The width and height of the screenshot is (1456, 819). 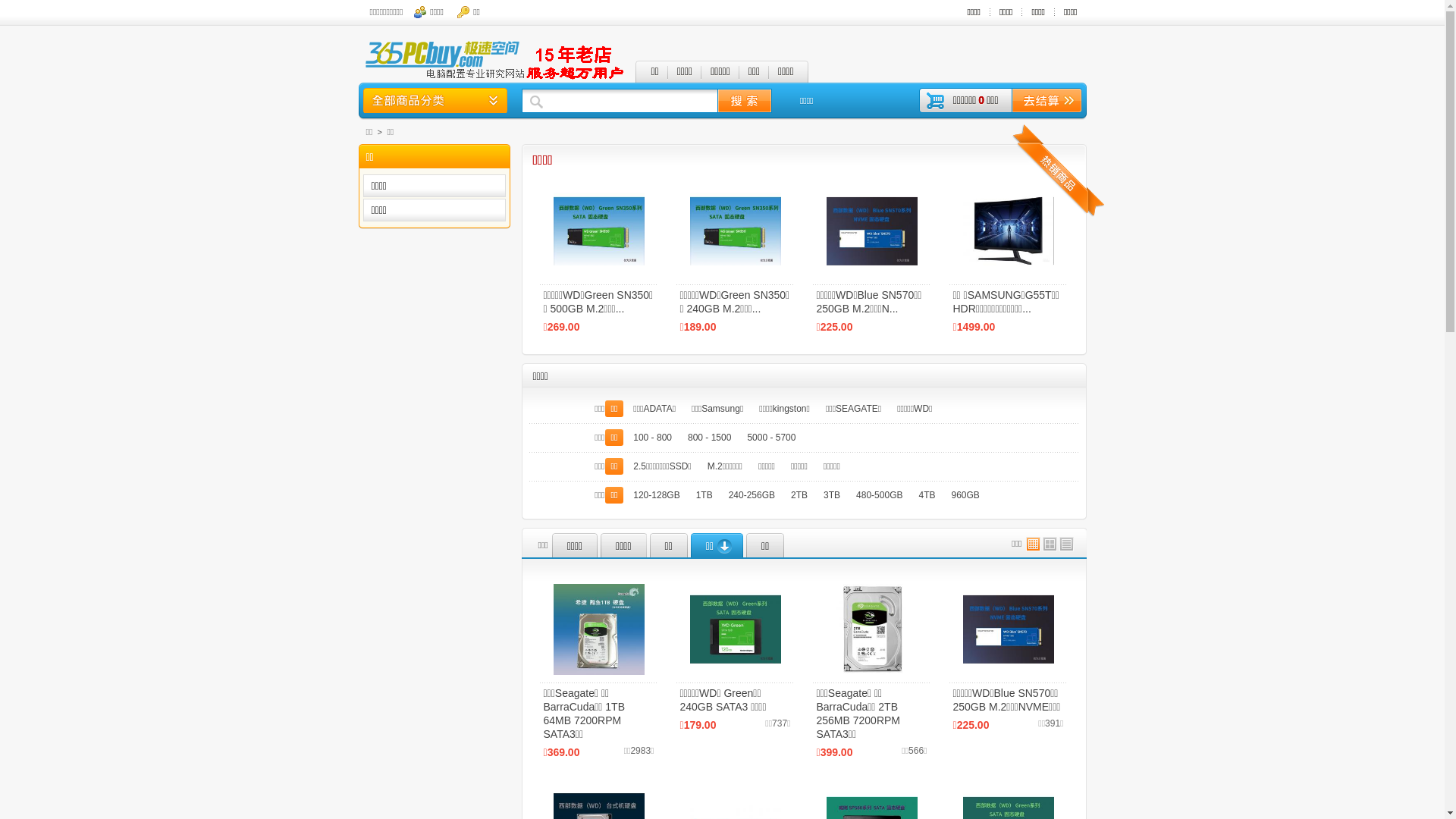 What do you see at coordinates (771, 438) in the screenshot?
I see `'5000 - 5700'` at bounding box center [771, 438].